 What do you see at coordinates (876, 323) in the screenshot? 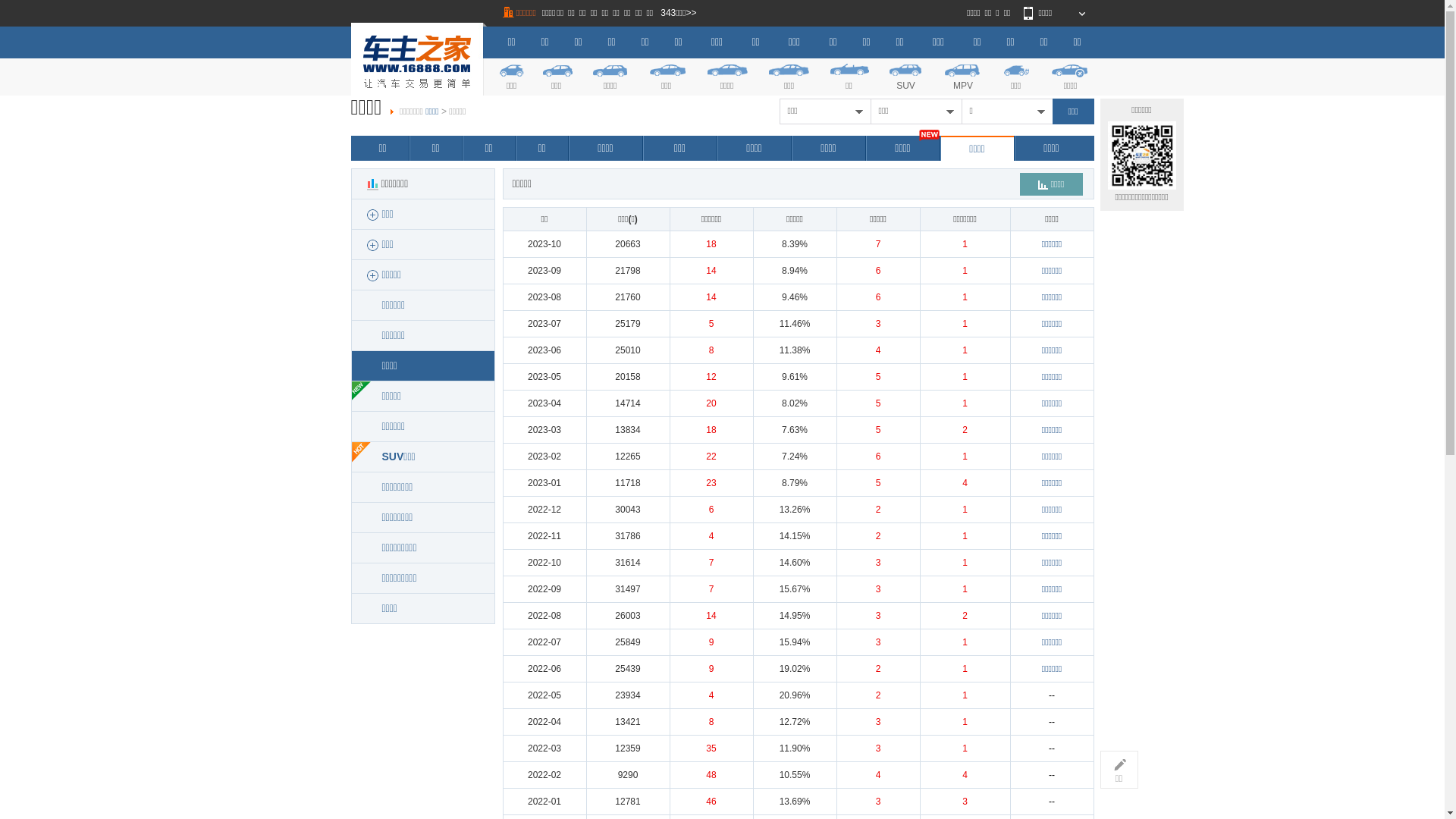
I see `'3'` at bounding box center [876, 323].